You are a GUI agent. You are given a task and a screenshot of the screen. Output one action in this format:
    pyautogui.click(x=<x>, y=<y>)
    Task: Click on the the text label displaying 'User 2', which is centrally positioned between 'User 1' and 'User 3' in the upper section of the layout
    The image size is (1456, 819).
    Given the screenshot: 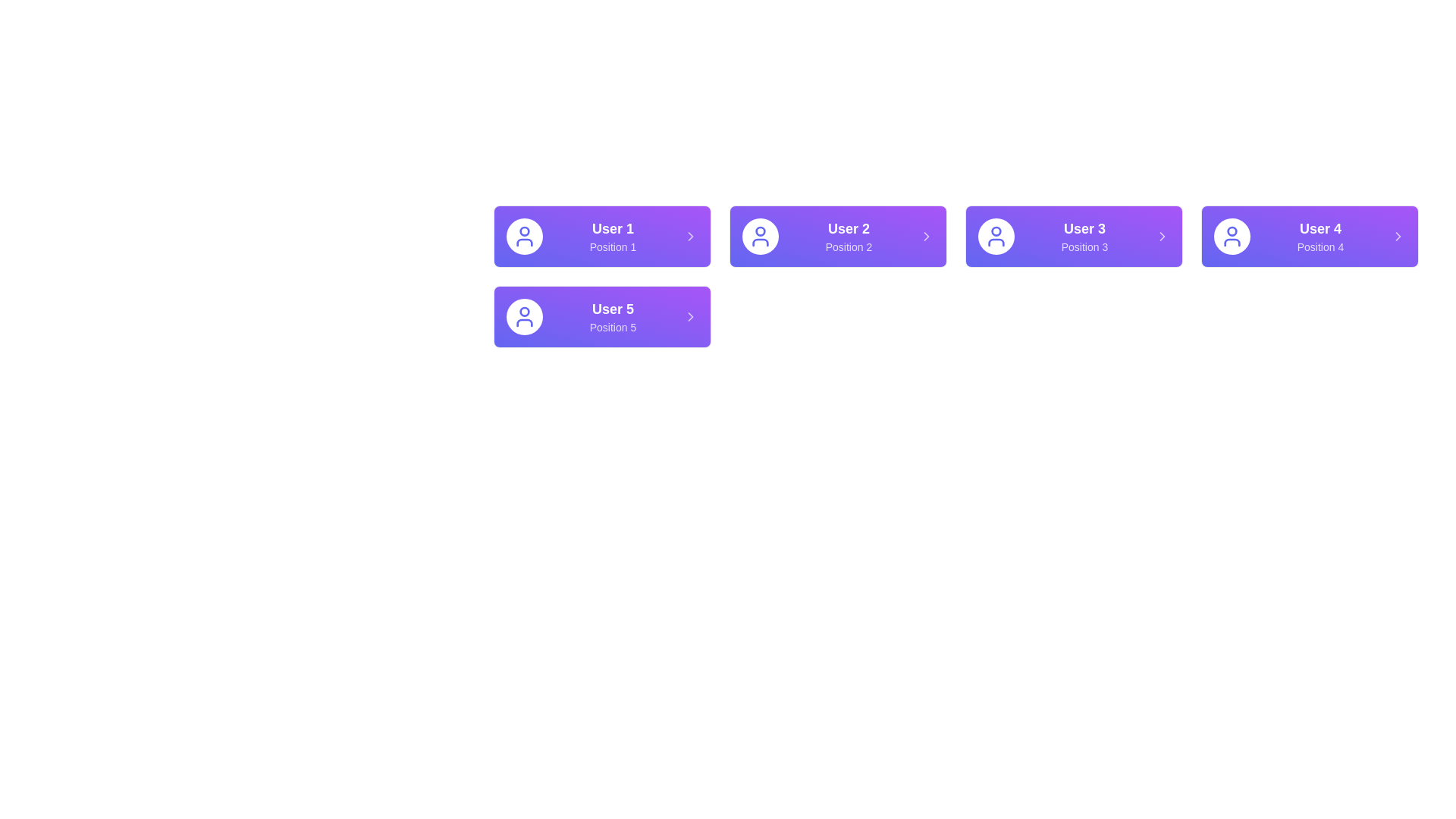 What is the action you would take?
    pyautogui.click(x=848, y=228)
    